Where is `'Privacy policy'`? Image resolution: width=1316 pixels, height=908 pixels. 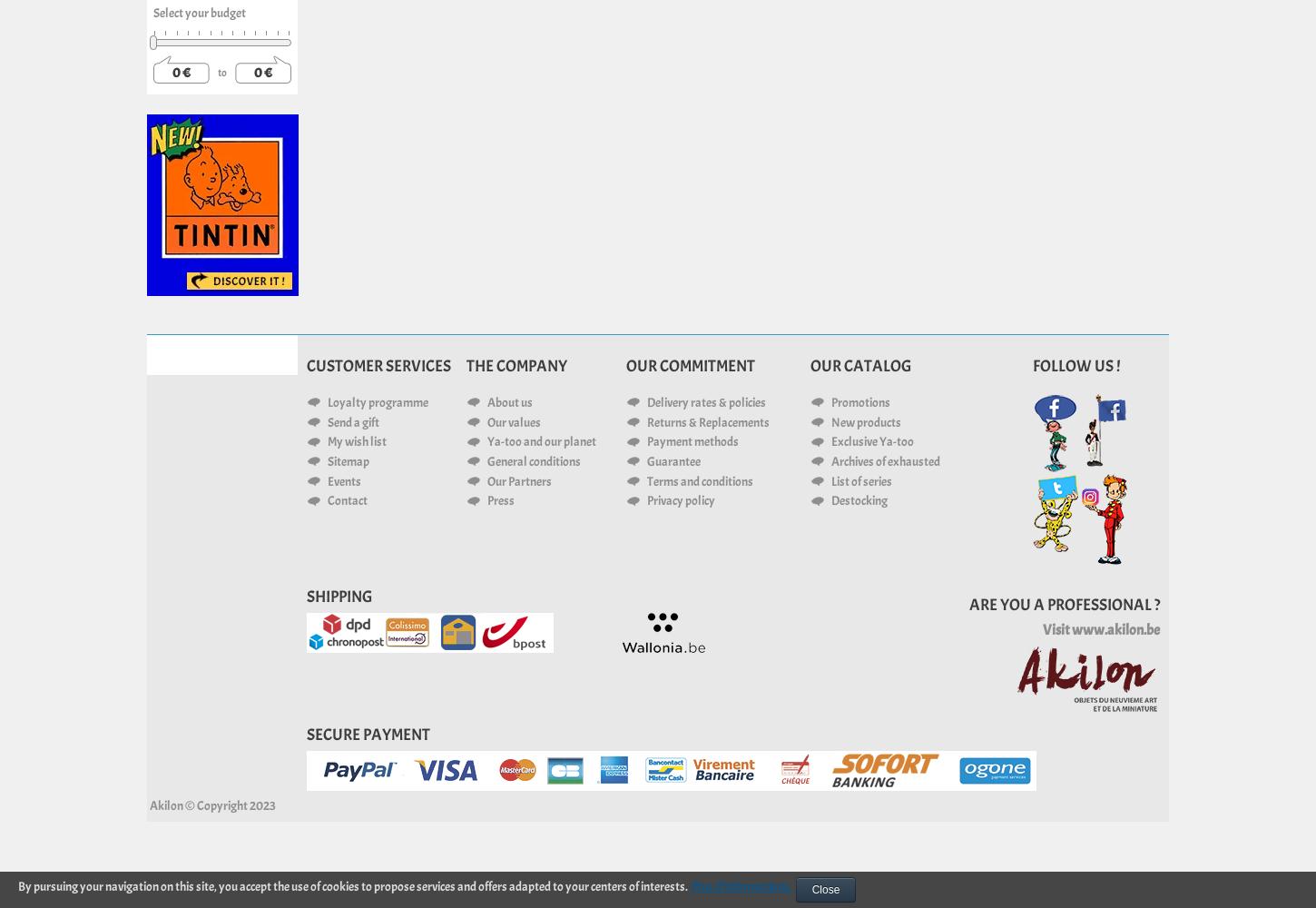
'Privacy policy' is located at coordinates (682, 500).